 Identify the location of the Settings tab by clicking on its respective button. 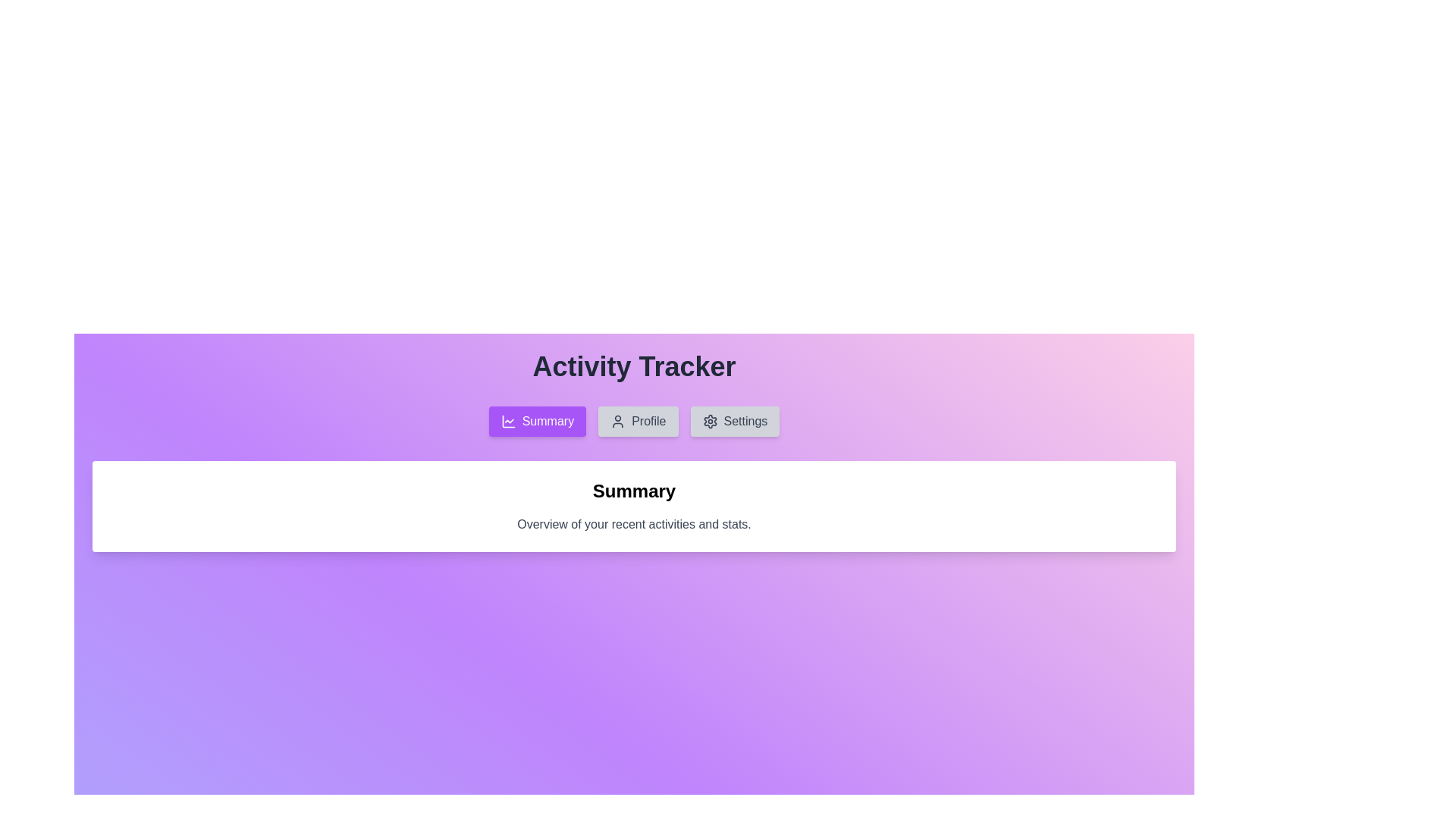
(735, 421).